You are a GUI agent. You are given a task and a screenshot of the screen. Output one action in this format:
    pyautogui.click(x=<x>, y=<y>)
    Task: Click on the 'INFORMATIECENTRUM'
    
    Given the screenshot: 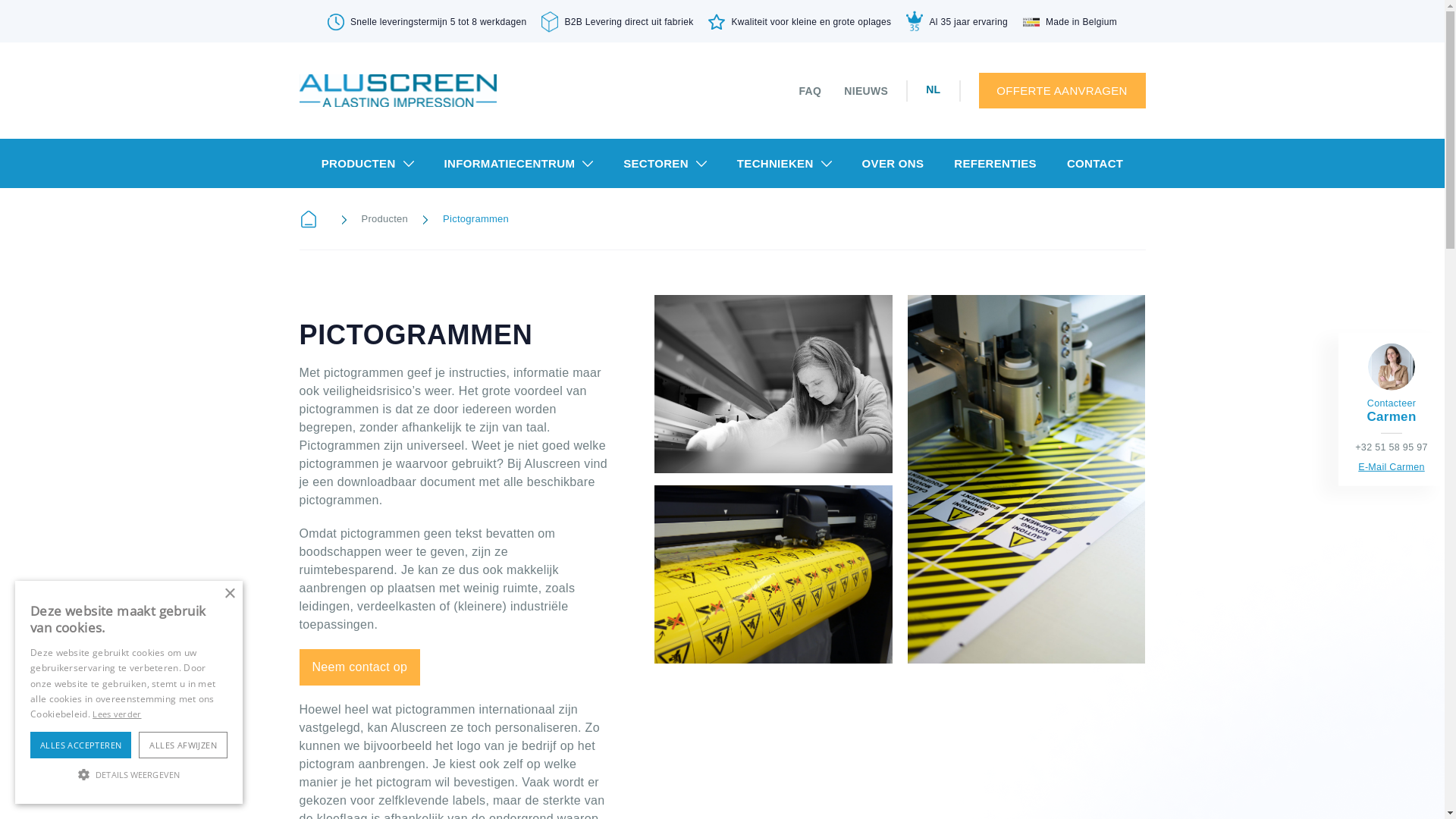 What is the action you would take?
    pyautogui.click(x=519, y=163)
    